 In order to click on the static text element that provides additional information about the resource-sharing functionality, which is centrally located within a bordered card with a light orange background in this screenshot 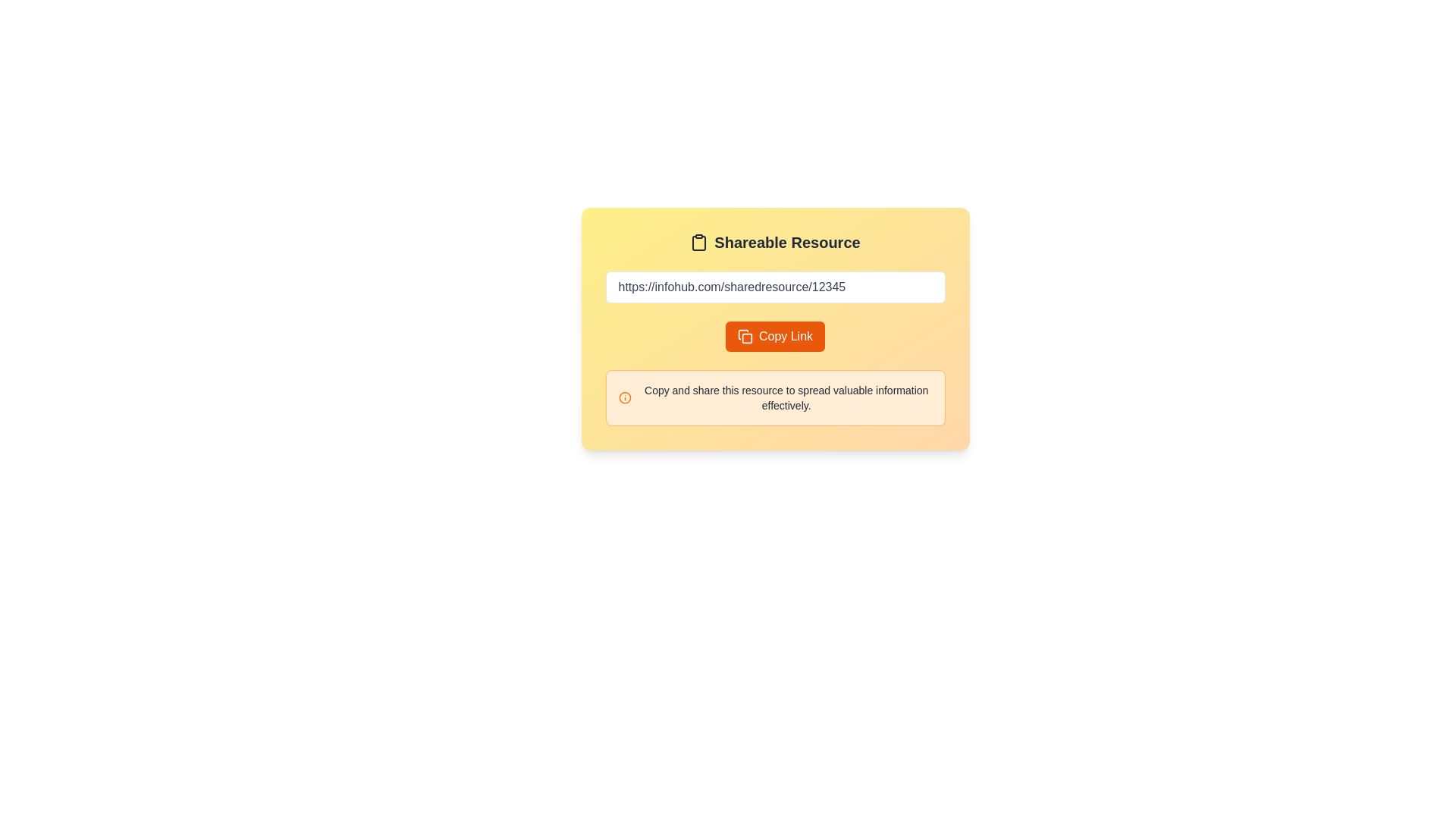, I will do `click(786, 397)`.